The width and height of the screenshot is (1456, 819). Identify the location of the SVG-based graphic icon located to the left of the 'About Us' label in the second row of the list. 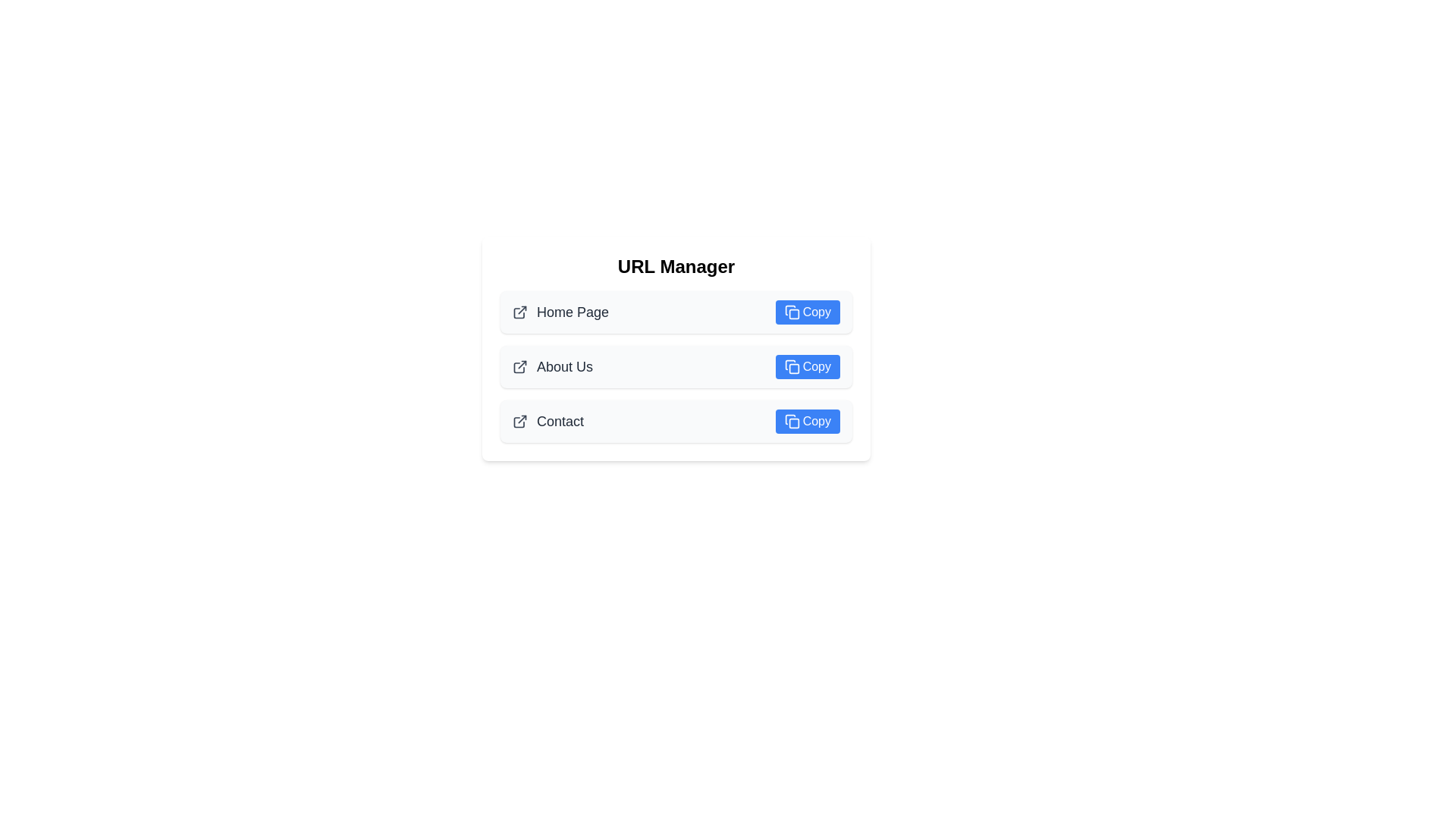
(519, 368).